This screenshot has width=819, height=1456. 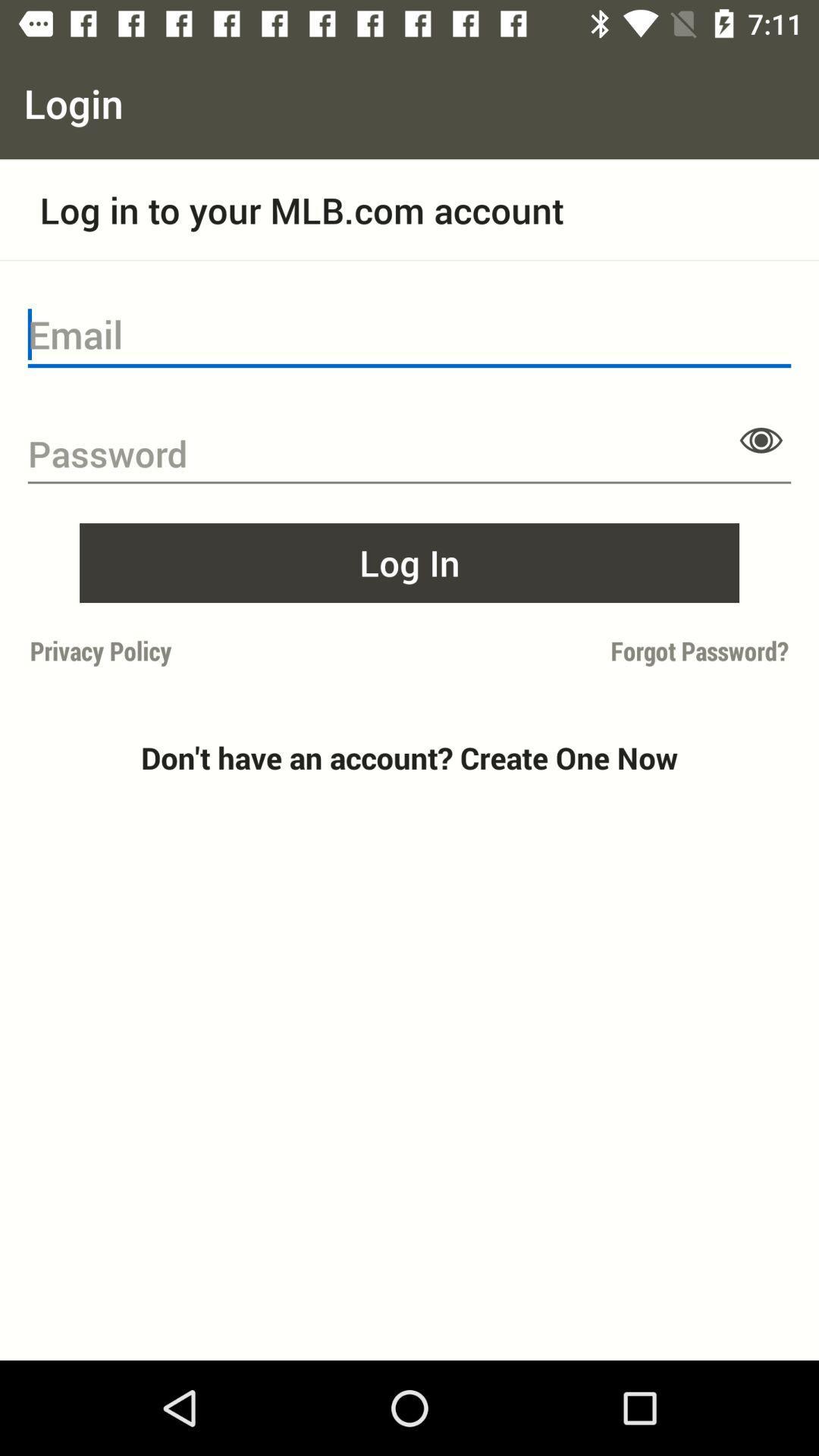 I want to click on the visibility icon, so click(x=761, y=439).